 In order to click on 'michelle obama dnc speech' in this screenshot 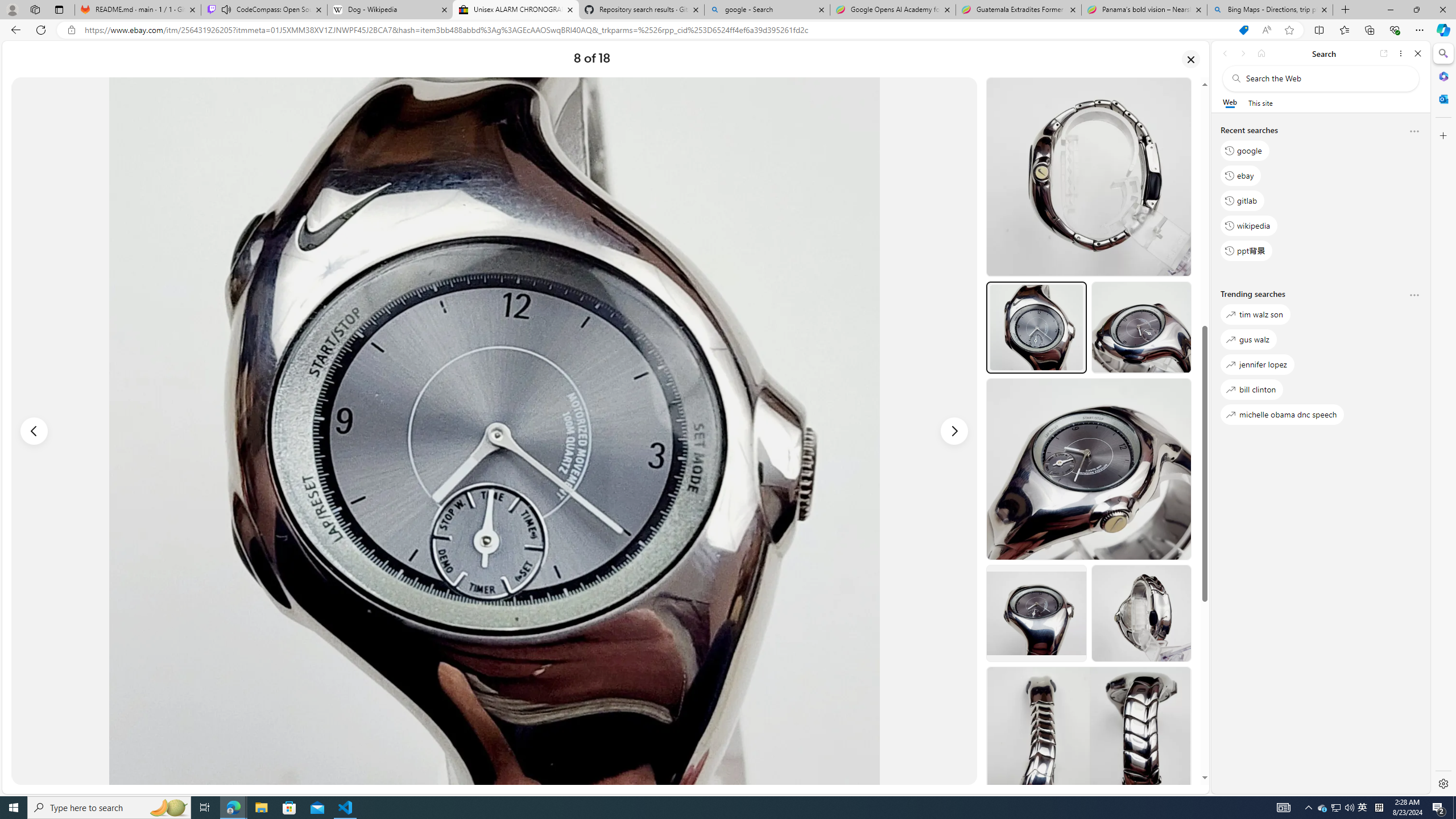, I will do `click(1282, 414)`.